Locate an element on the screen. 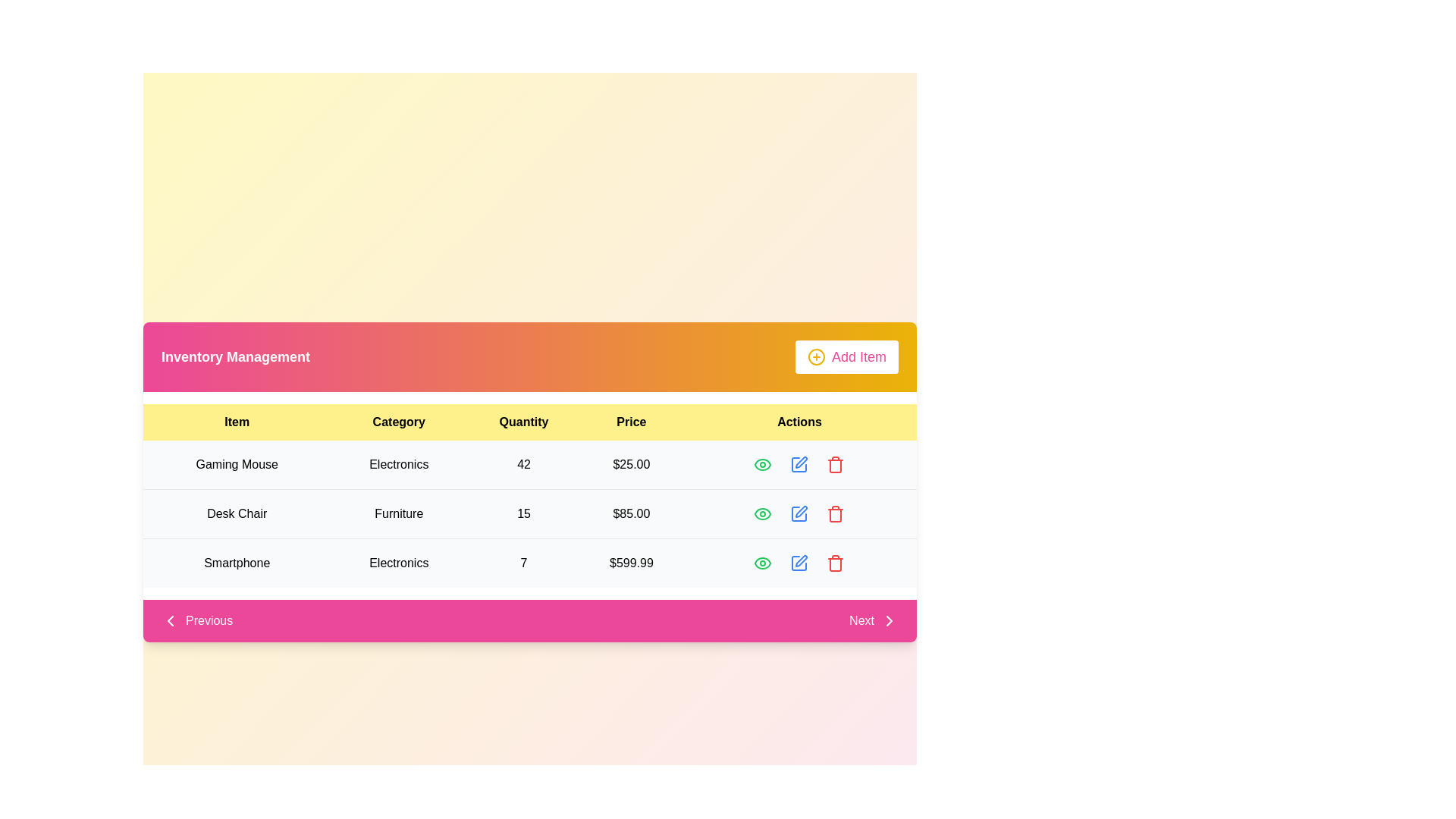  the static text label displaying 'Price' in bold black text on a yellow background, which is part of the header row in a tabular layout is located at coordinates (631, 422).